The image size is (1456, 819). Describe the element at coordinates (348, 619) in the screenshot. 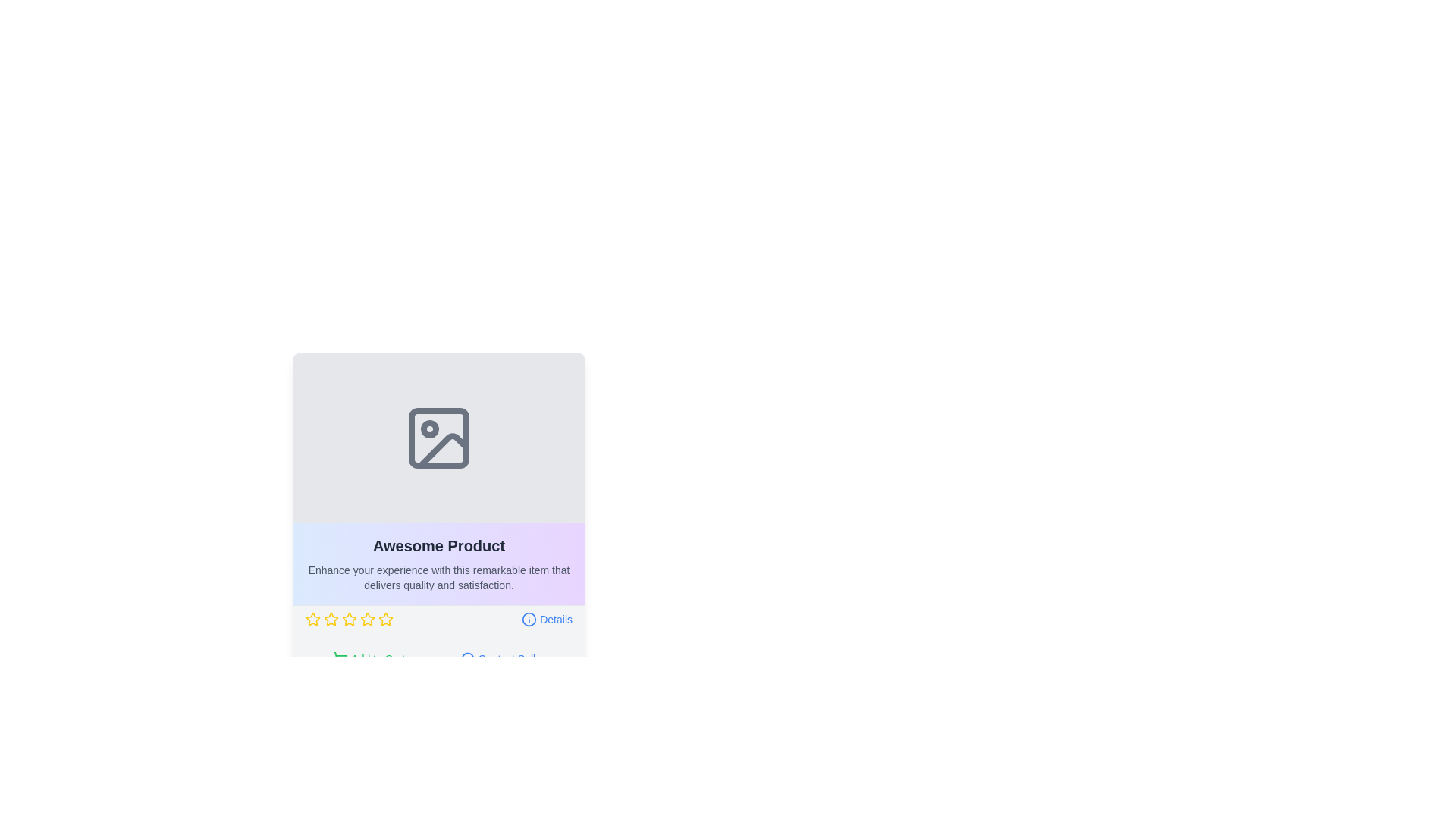

I see `the second star in the five-star rating system located below the 'Awesome Product' title and description` at that location.